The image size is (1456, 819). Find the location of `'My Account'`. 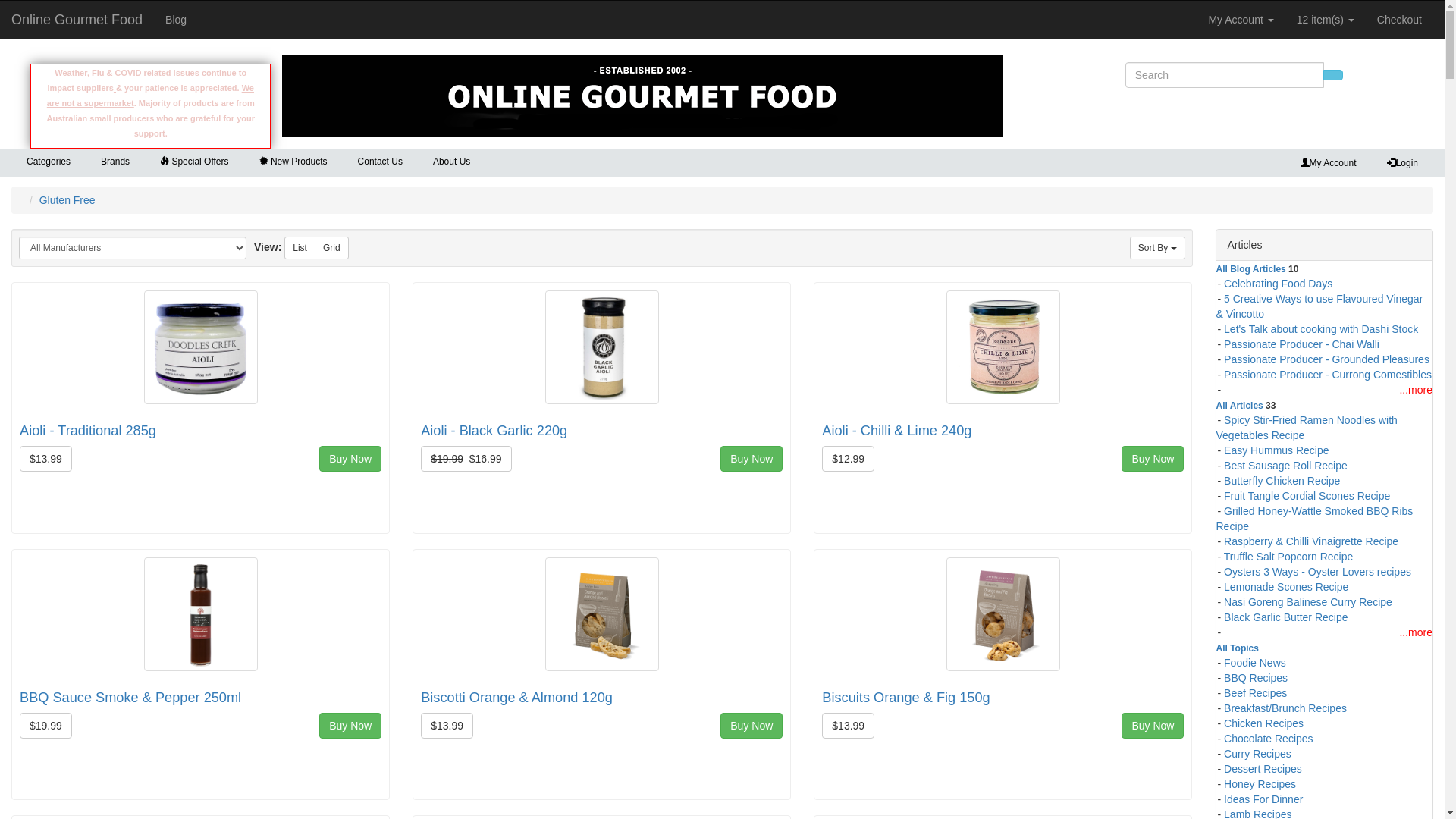

'My Account' is located at coordinates (1241, 20).